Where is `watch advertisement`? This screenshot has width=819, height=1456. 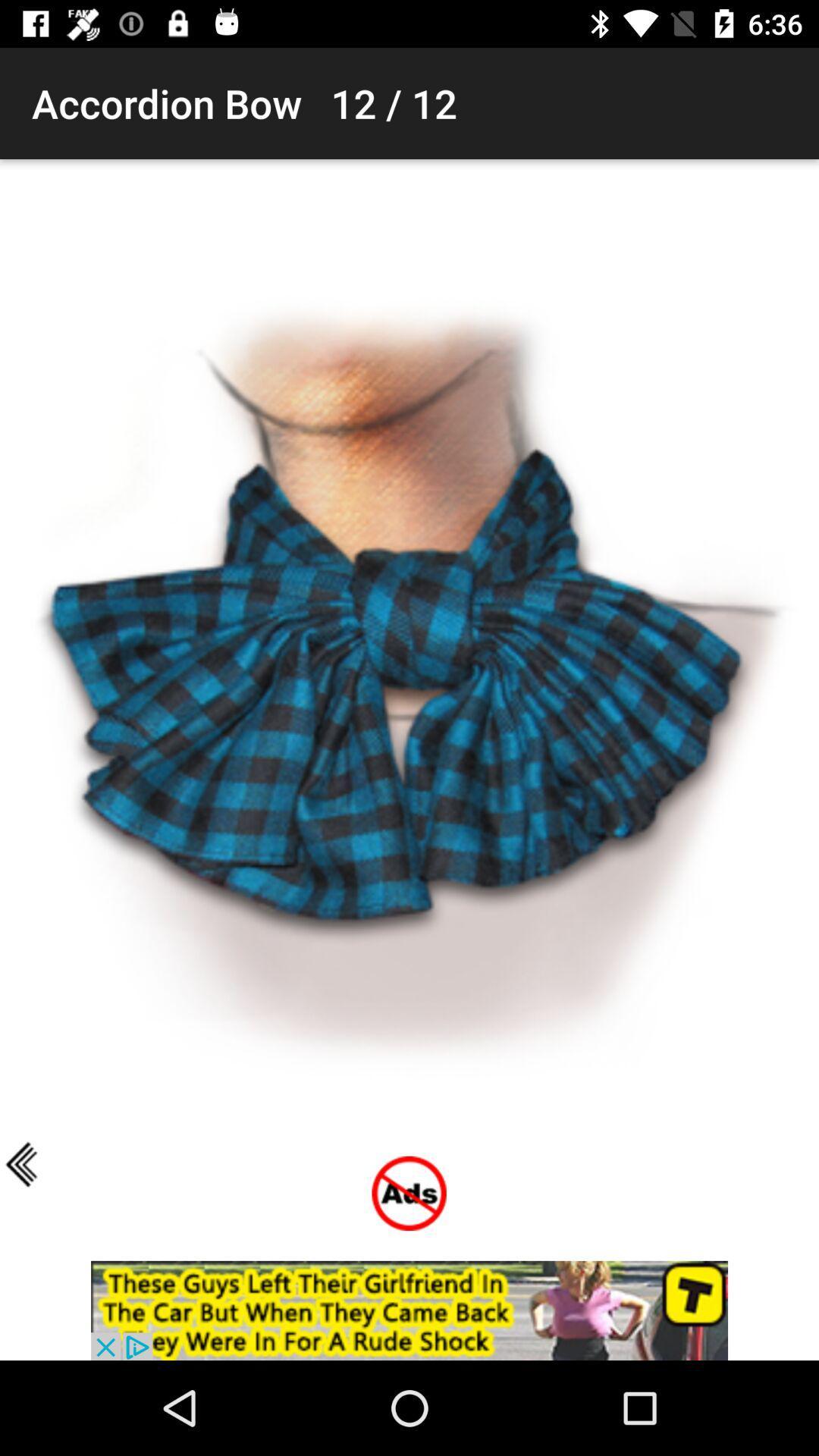 watch advertisement is located at coordinates (409, 1310).